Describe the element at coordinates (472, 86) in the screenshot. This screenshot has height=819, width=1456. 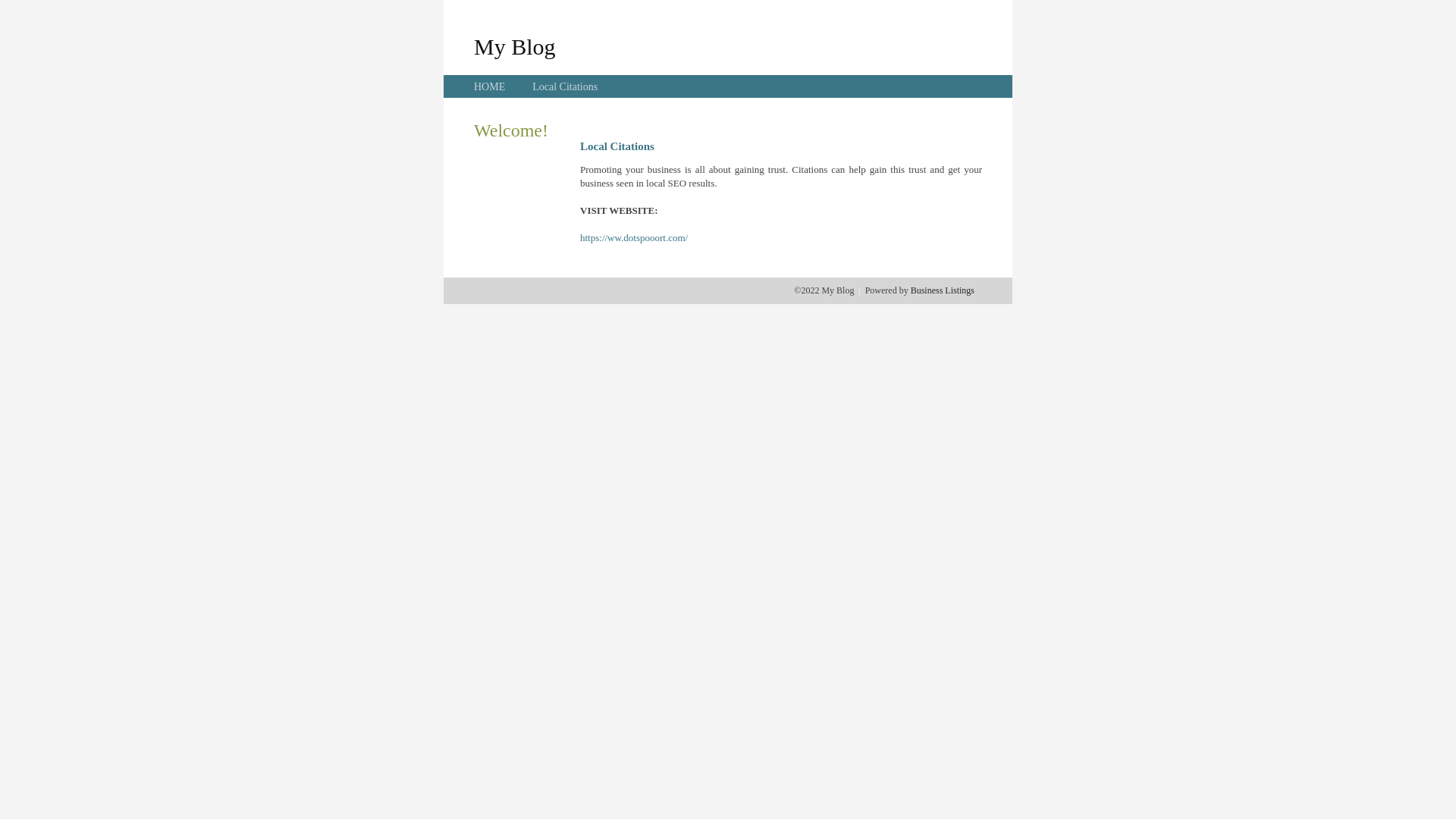
I see `'HOME'` at that location.